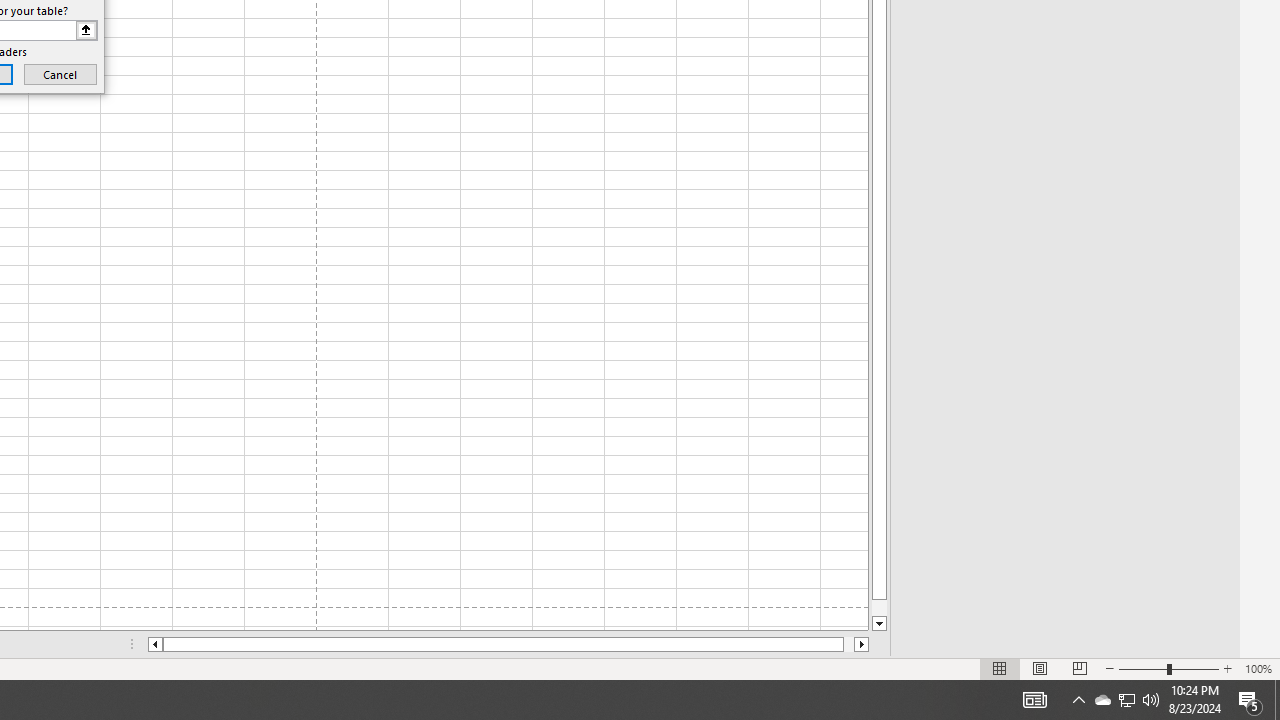 This screenshot has width=1280, height=720. I want to click on 'Zoom Out', so click(1143, 669).